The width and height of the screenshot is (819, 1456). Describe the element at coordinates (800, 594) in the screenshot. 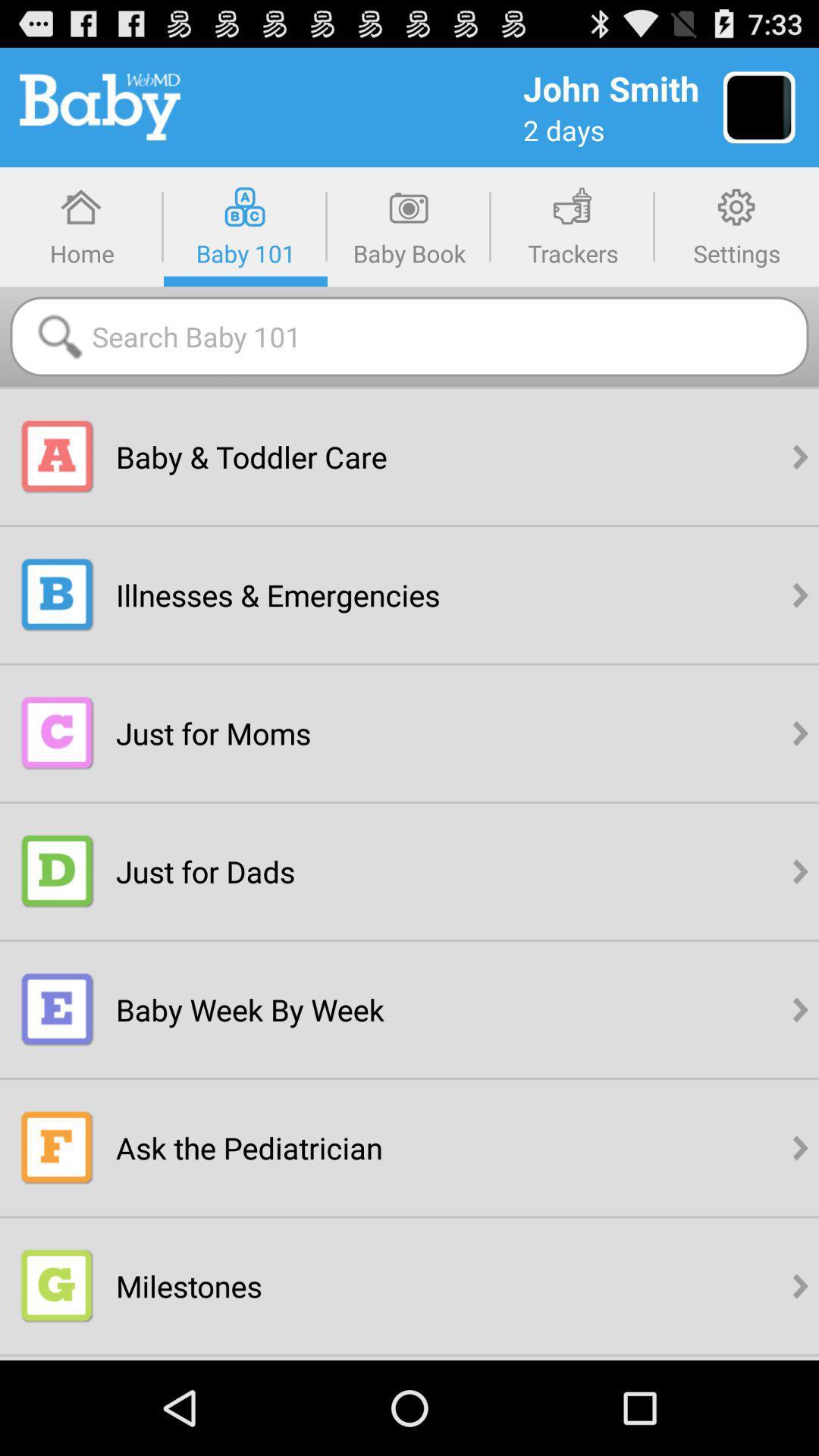

I see `the right faced arrow present in option b` at that location.